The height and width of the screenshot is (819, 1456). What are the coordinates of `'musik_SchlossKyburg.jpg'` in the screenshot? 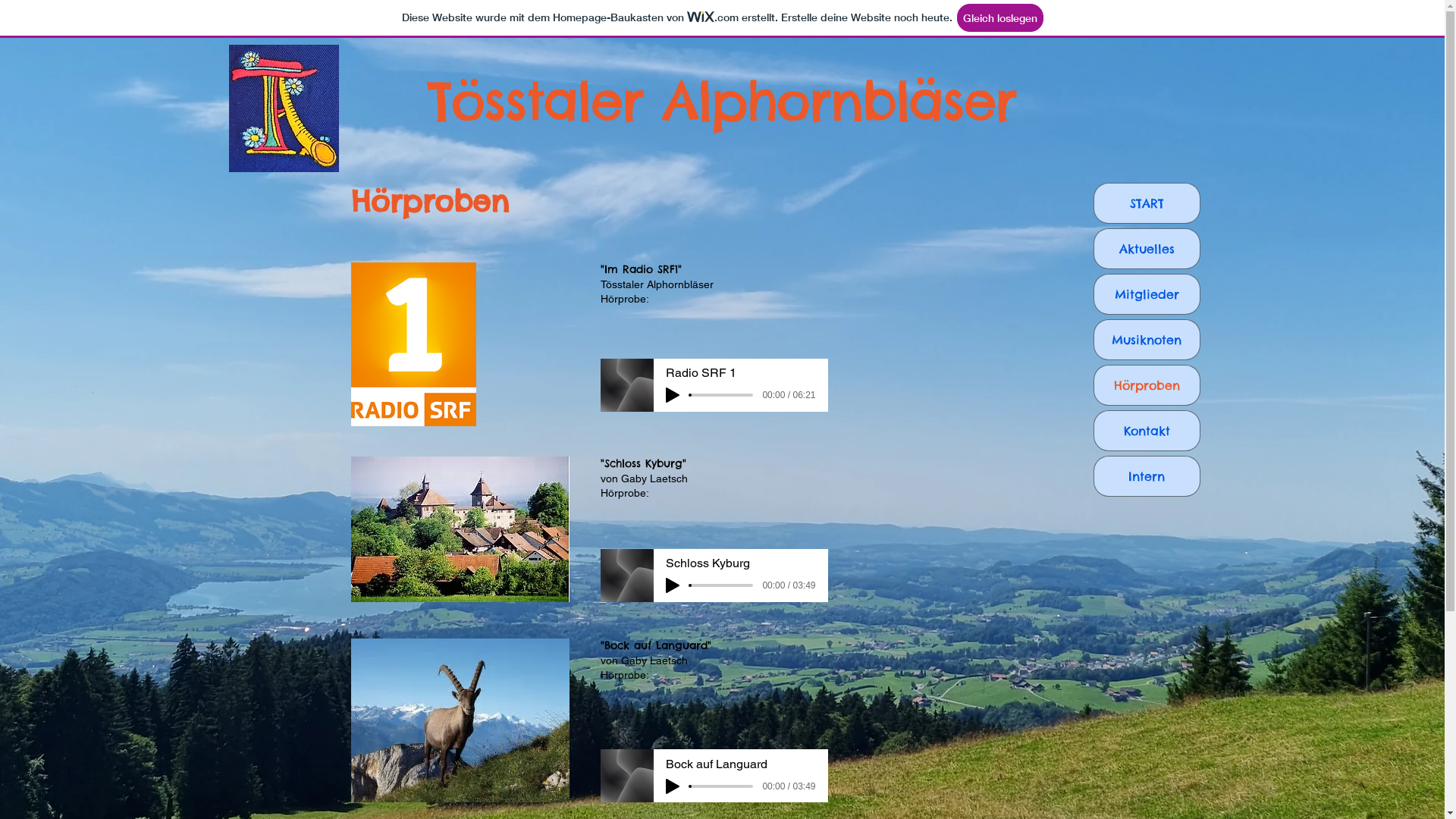 It's located at (458, 529).